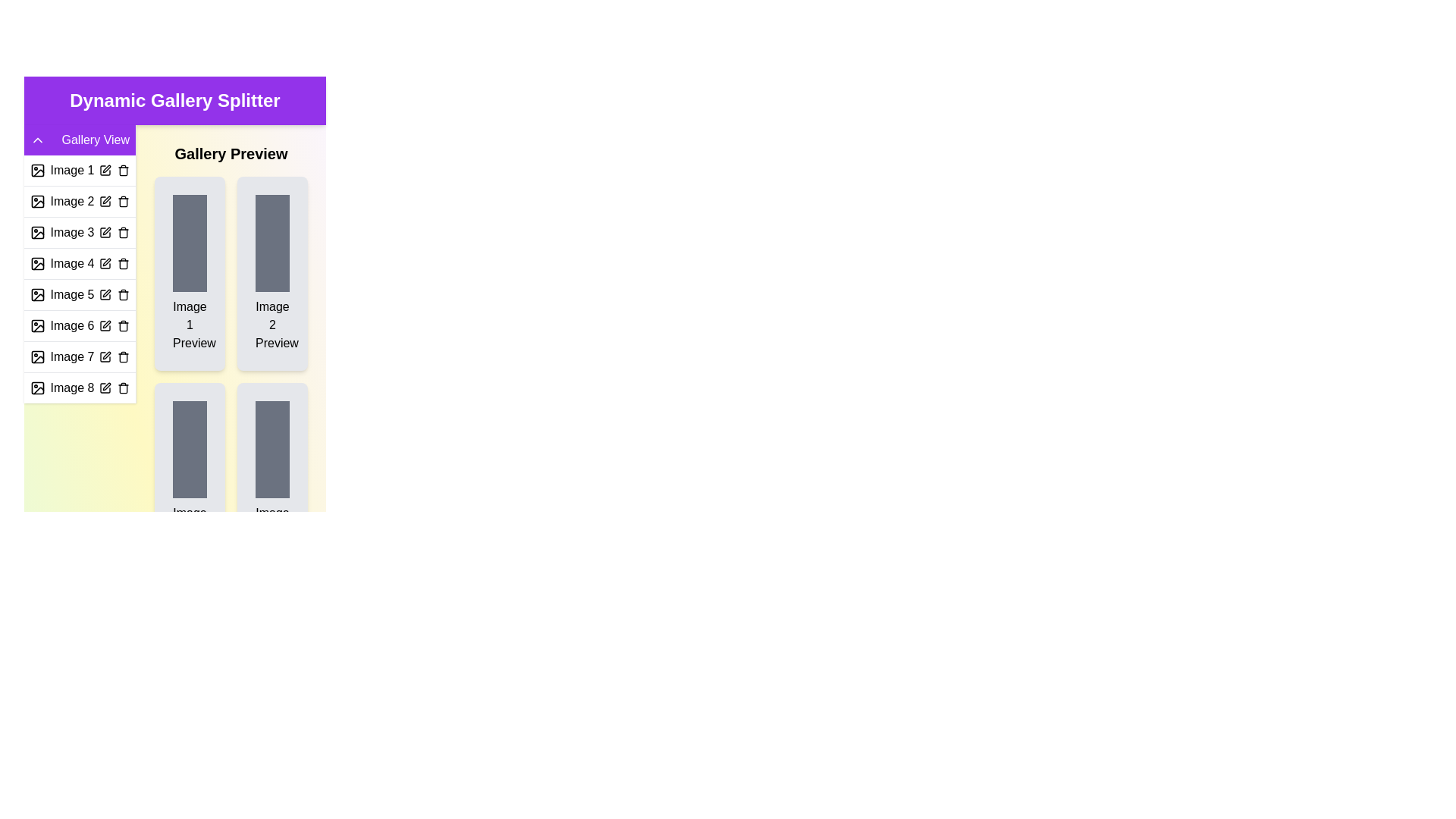  I want to click on the pen icon button located to the right of the 'Image 7' label in the left sidebar, so click(105, 356).